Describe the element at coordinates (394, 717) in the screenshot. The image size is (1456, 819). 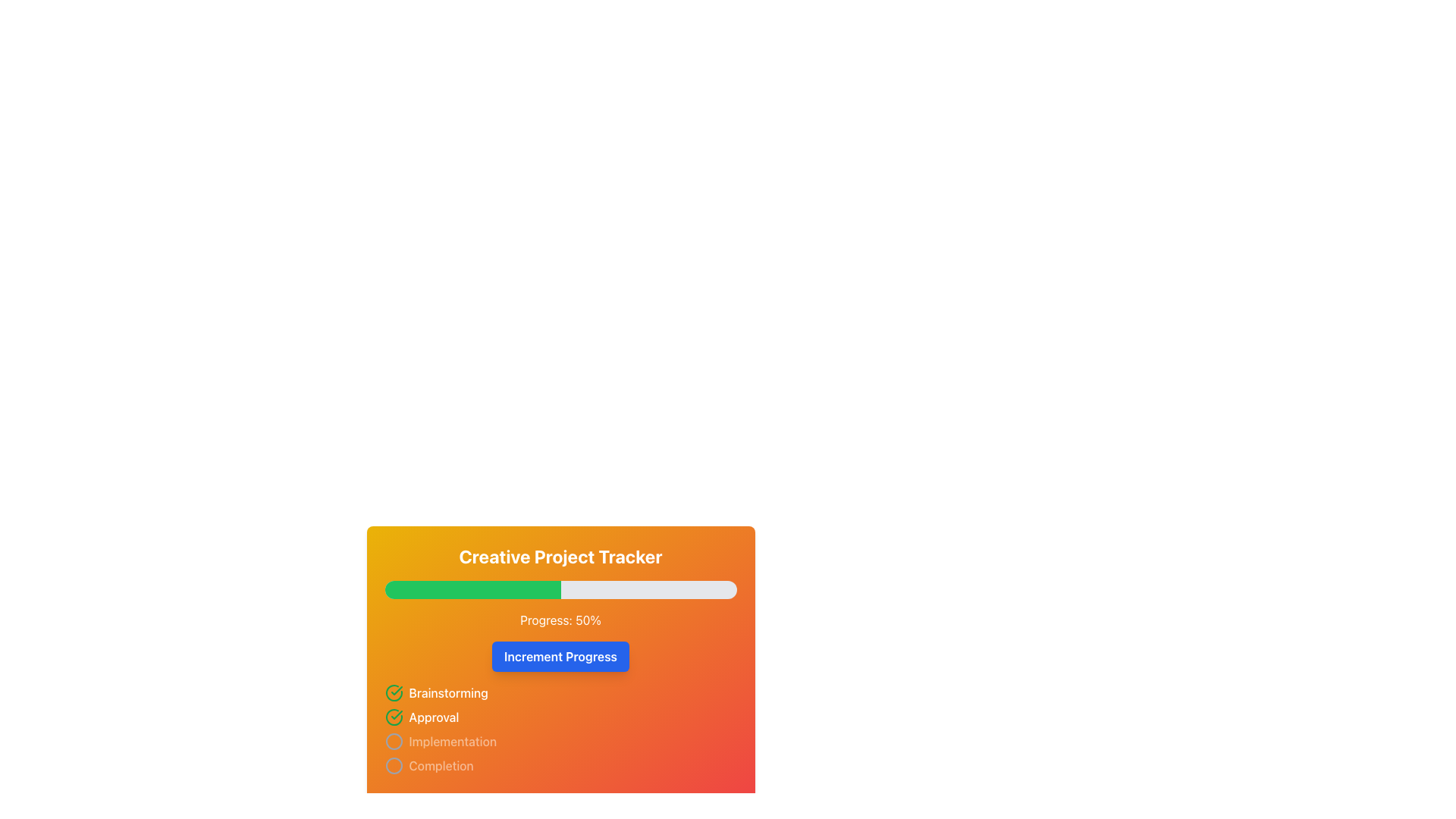
I see `the approval icon, which visually marks the approval step in the project's progress, located to the left of the text label 'Approval' in the vertical list of steps` at that location.